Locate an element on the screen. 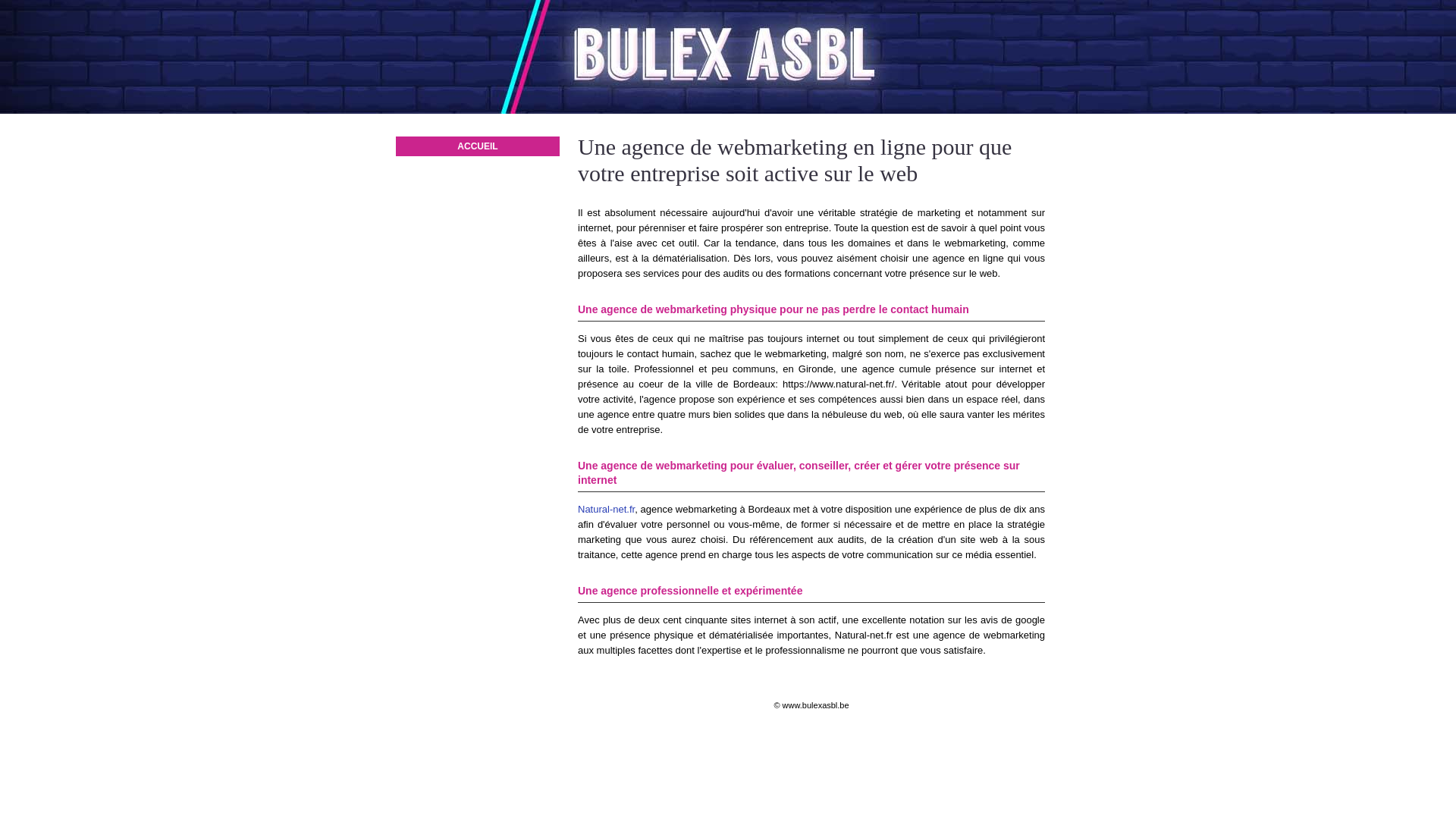 The image size is (1456, 819). 'Natural-net.fr' is located at coordinates (605, 509).